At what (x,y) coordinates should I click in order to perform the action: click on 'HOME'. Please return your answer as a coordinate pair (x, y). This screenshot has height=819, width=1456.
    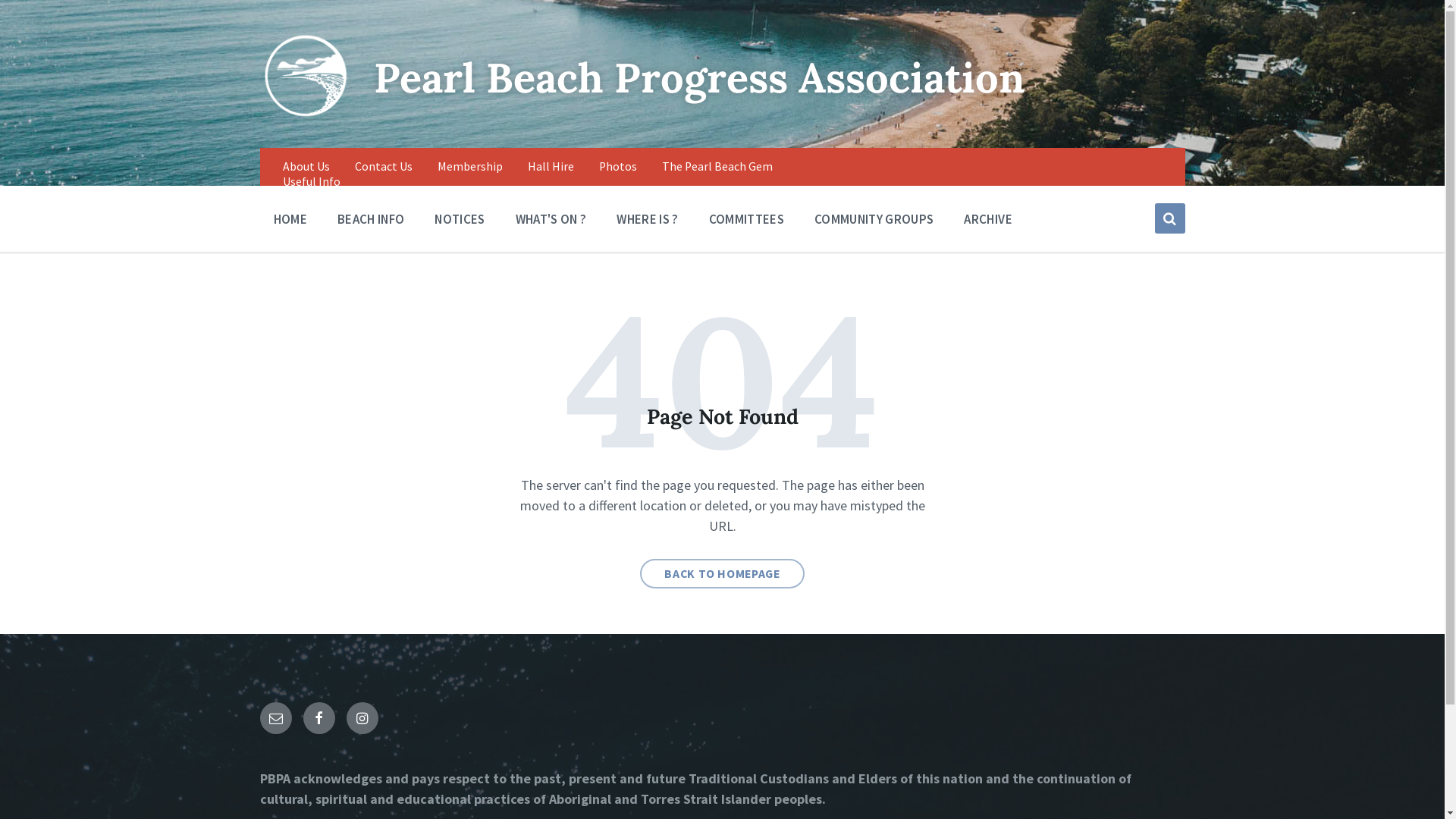
    Looking at the image, I should click on (261, 217).